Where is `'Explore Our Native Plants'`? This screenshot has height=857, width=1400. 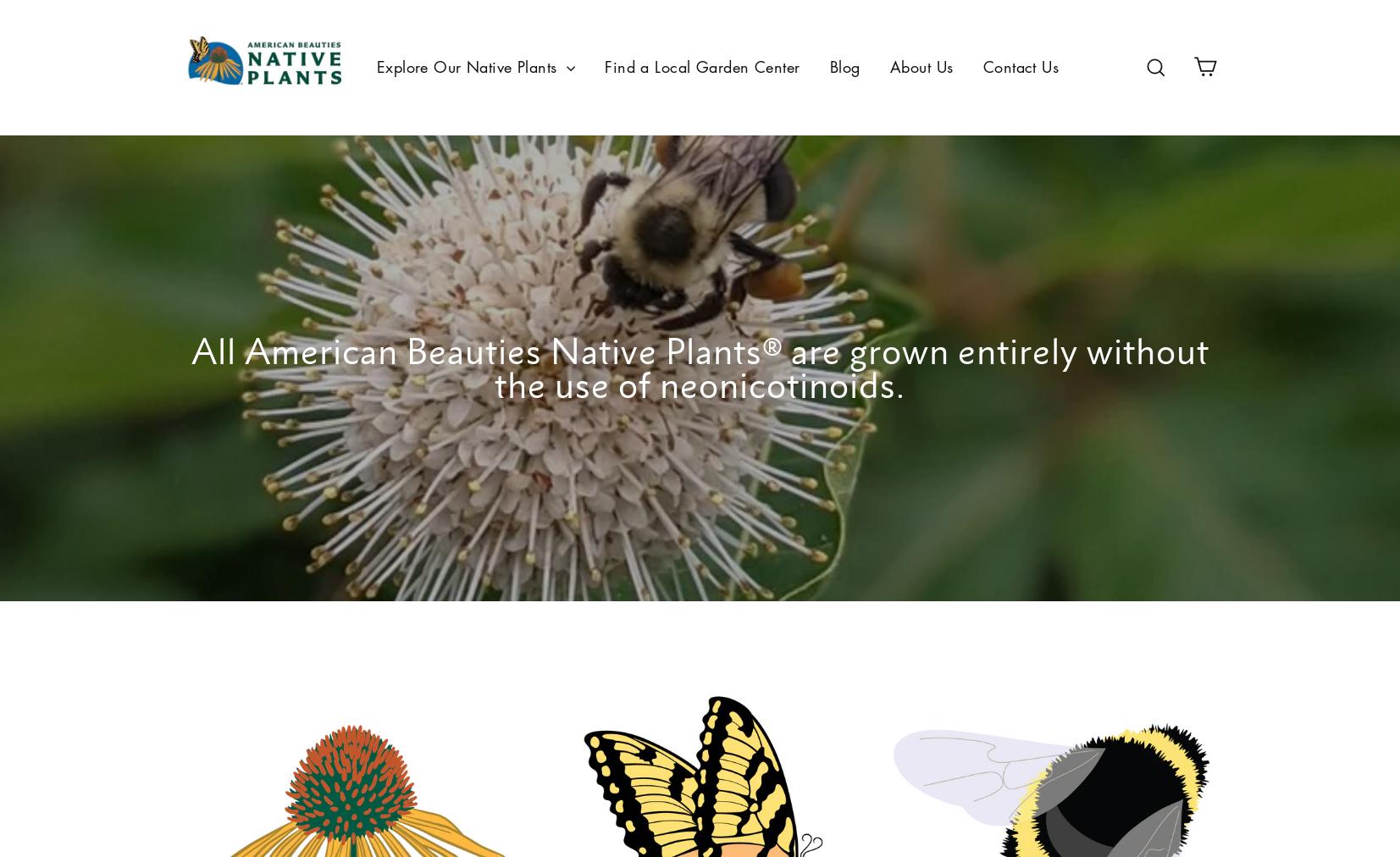
'Explore Our Native Plants' is located at coordinates (468, 65).